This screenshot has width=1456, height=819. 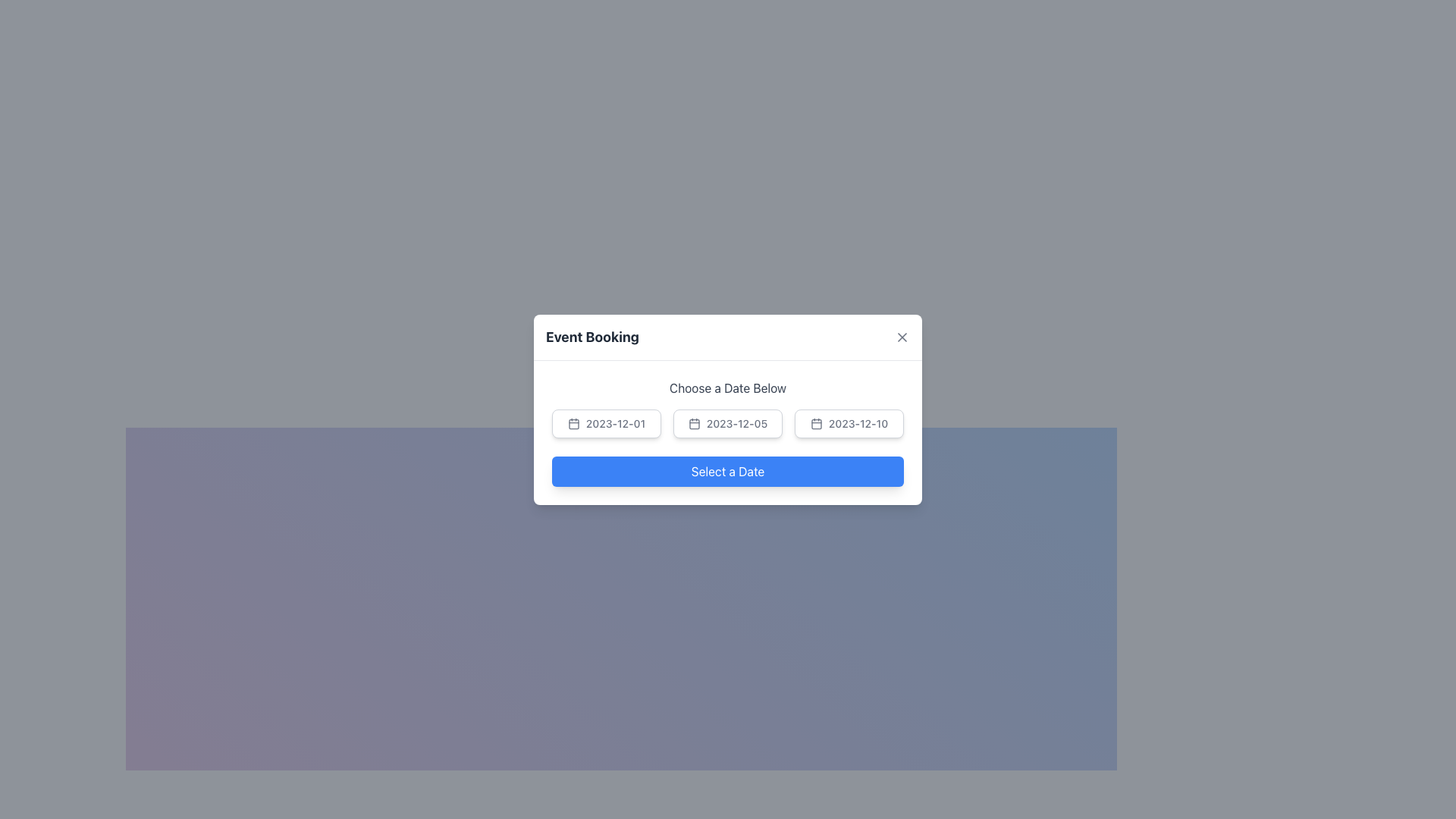 I want to click on the calendar icon located to the left of the date '2023-12-10' within the 'Event Booking' modal interface, so click(x=815, y=423).